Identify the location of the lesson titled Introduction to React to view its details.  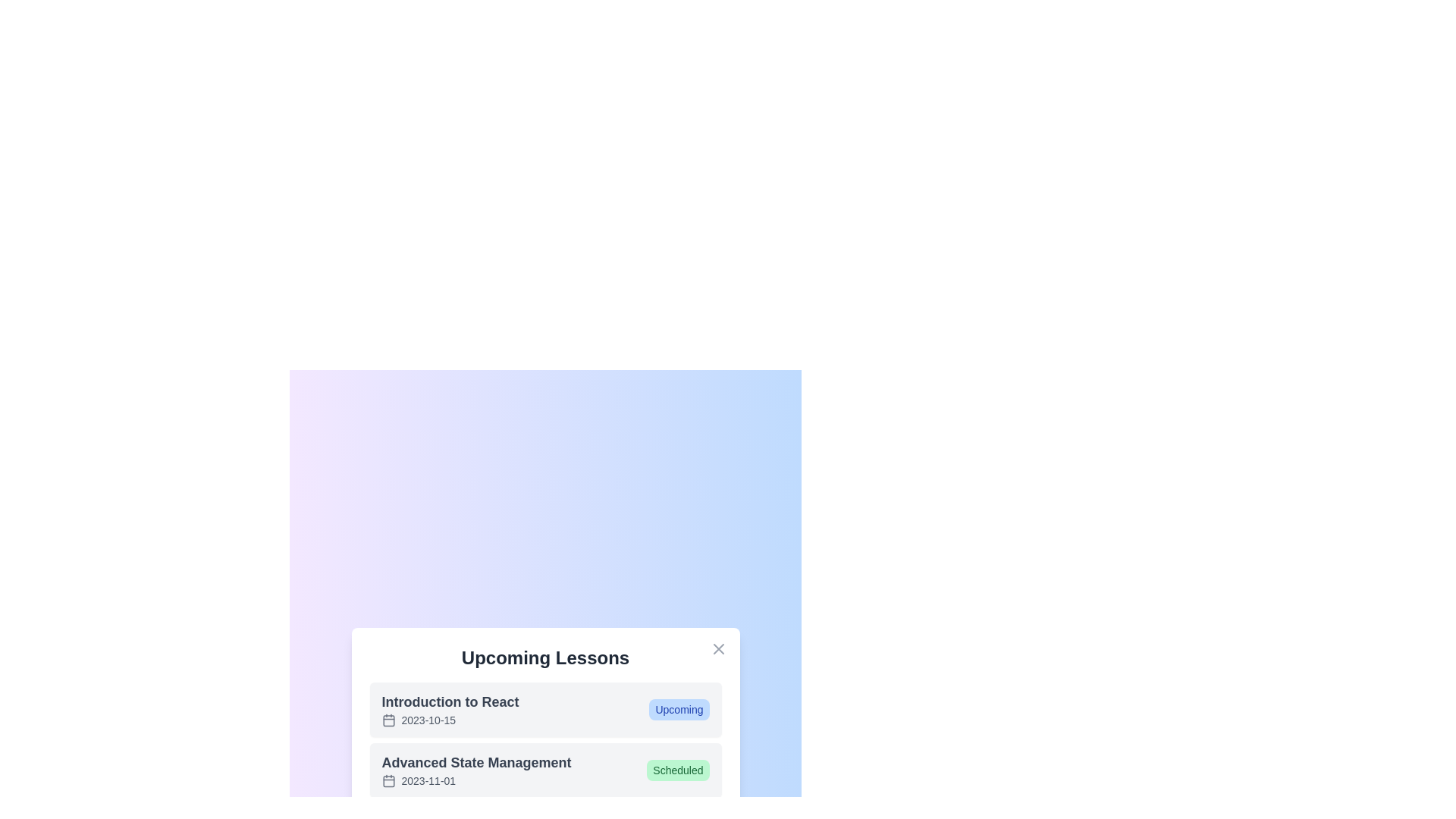
(450, 710).